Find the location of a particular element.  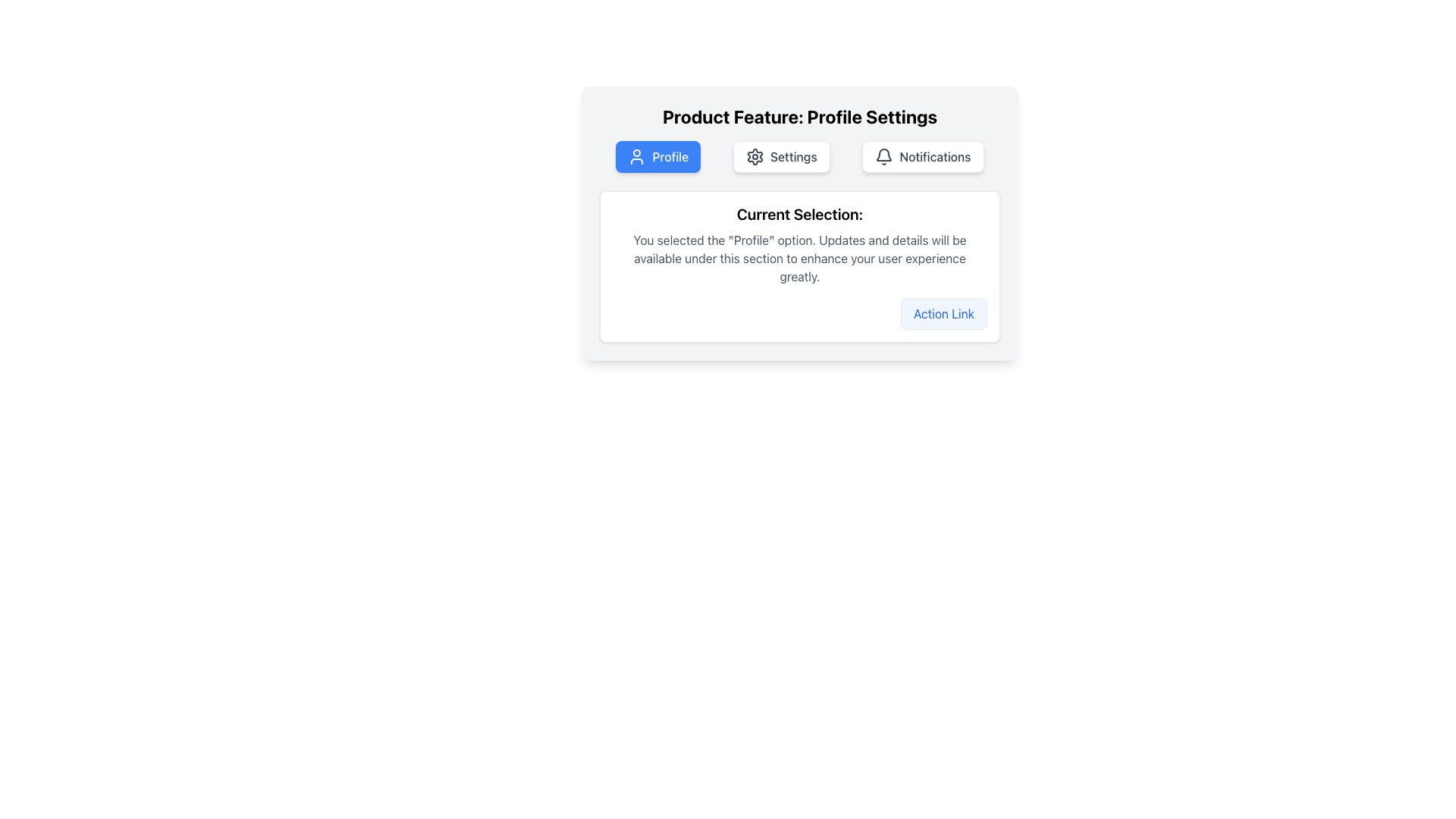

the 'Settings' icon, which is a vector graphic located to the left of the 'Settings' text within the button is located at coordinates (755, 157).